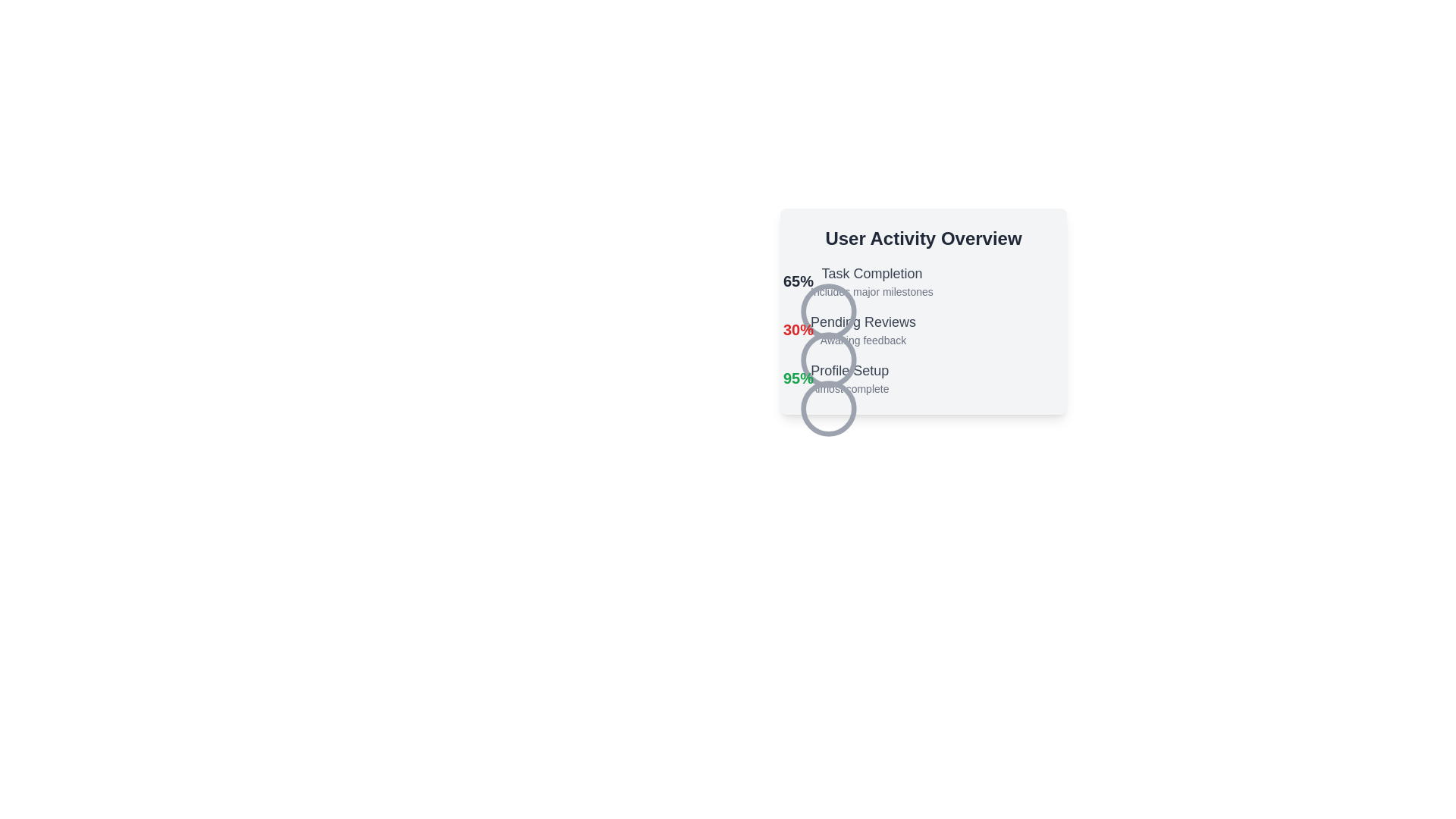  Describe the element at coordinates (871, 281) in the screenshot. I see `the Text Display element that shows 'Task Completion' in dark gray with the second line 'Includes major milestones' in lighter gray, positioned below the circular graphical element in the 'User Activity Overview' section` at that location.